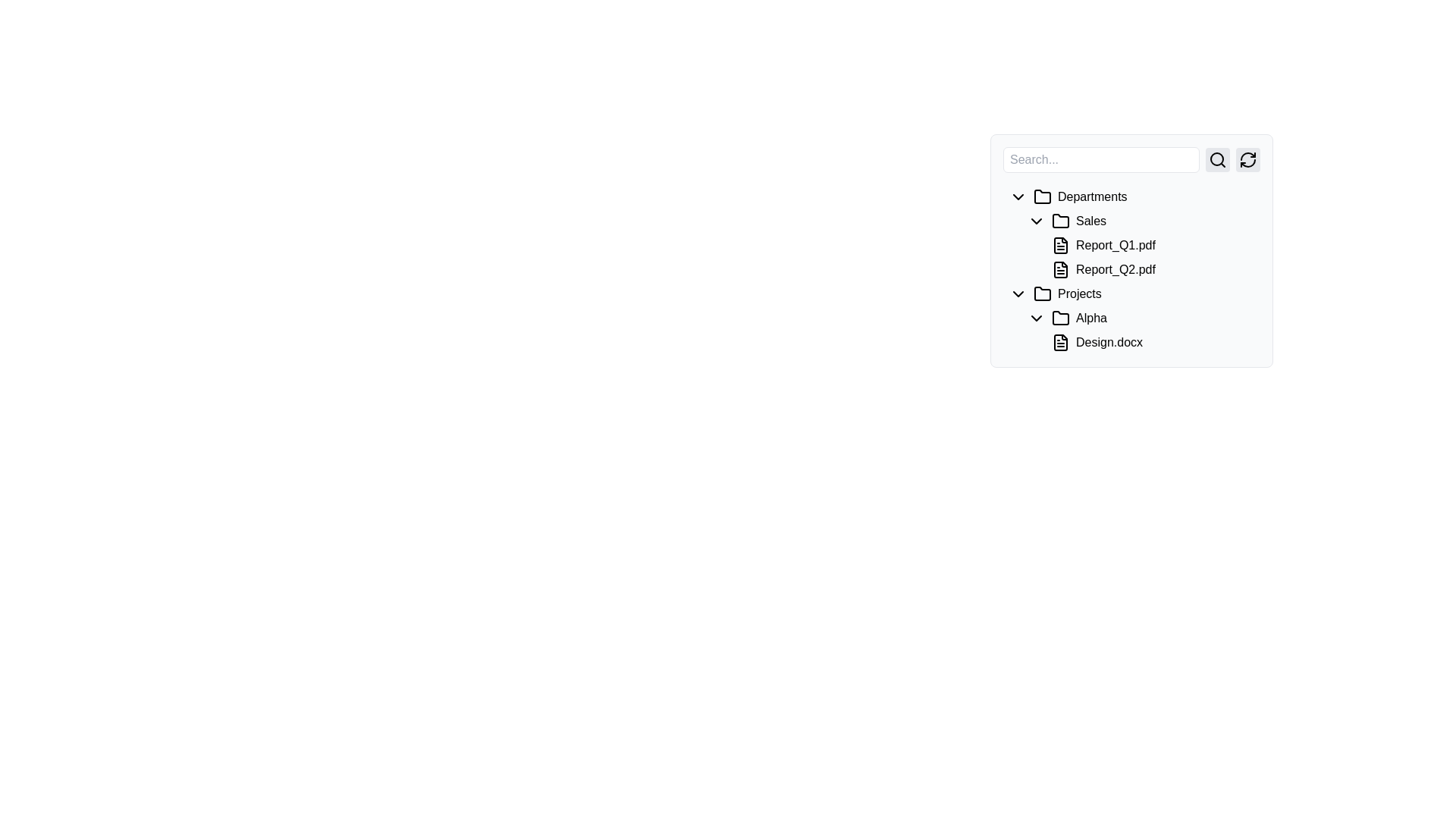 The image size is (1456, 819). I want to click on the folder icon representing the 'Alpha' category, so click(1059, 318).